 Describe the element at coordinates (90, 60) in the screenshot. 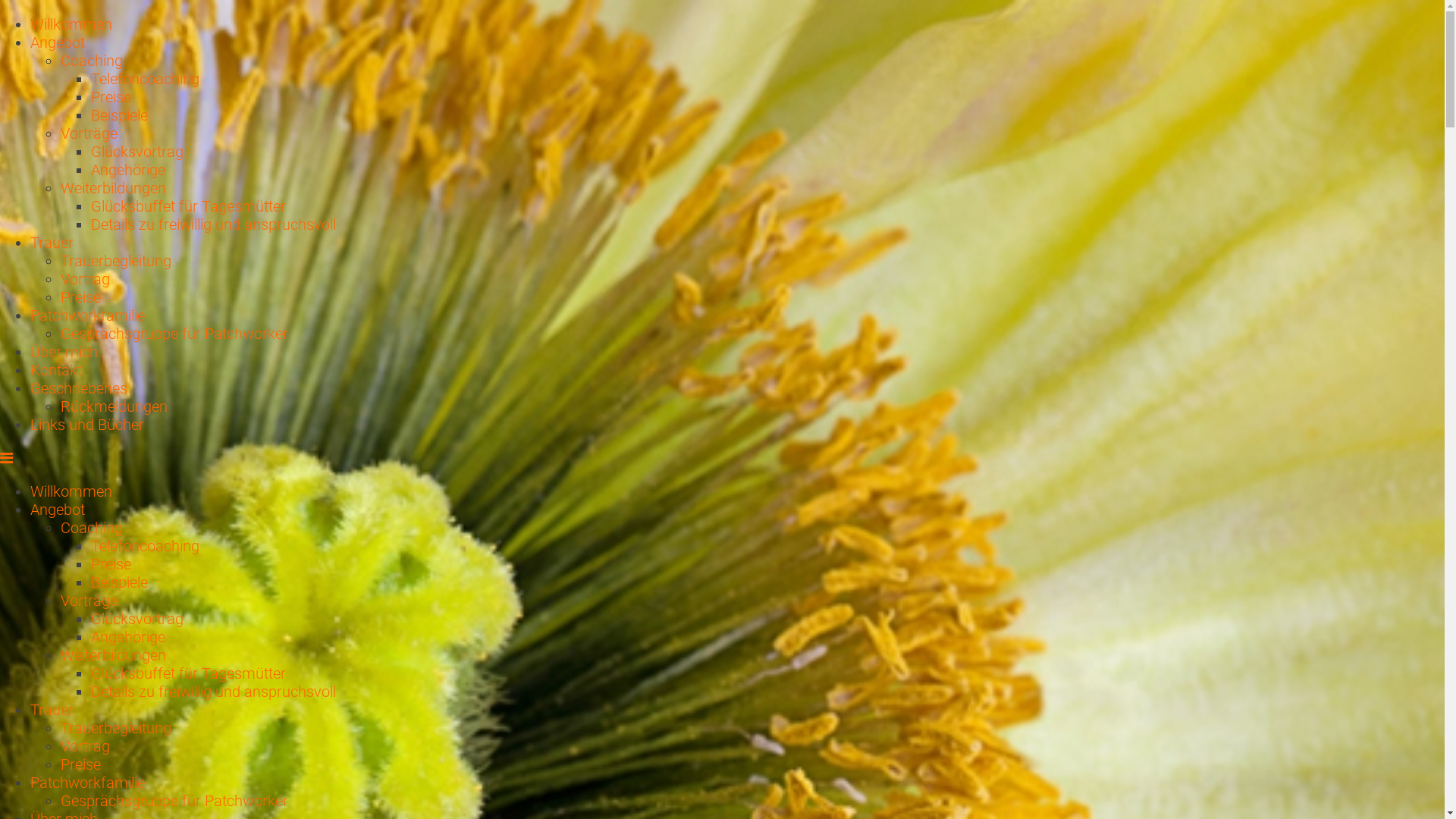

I see `'Coaching'` at that location.